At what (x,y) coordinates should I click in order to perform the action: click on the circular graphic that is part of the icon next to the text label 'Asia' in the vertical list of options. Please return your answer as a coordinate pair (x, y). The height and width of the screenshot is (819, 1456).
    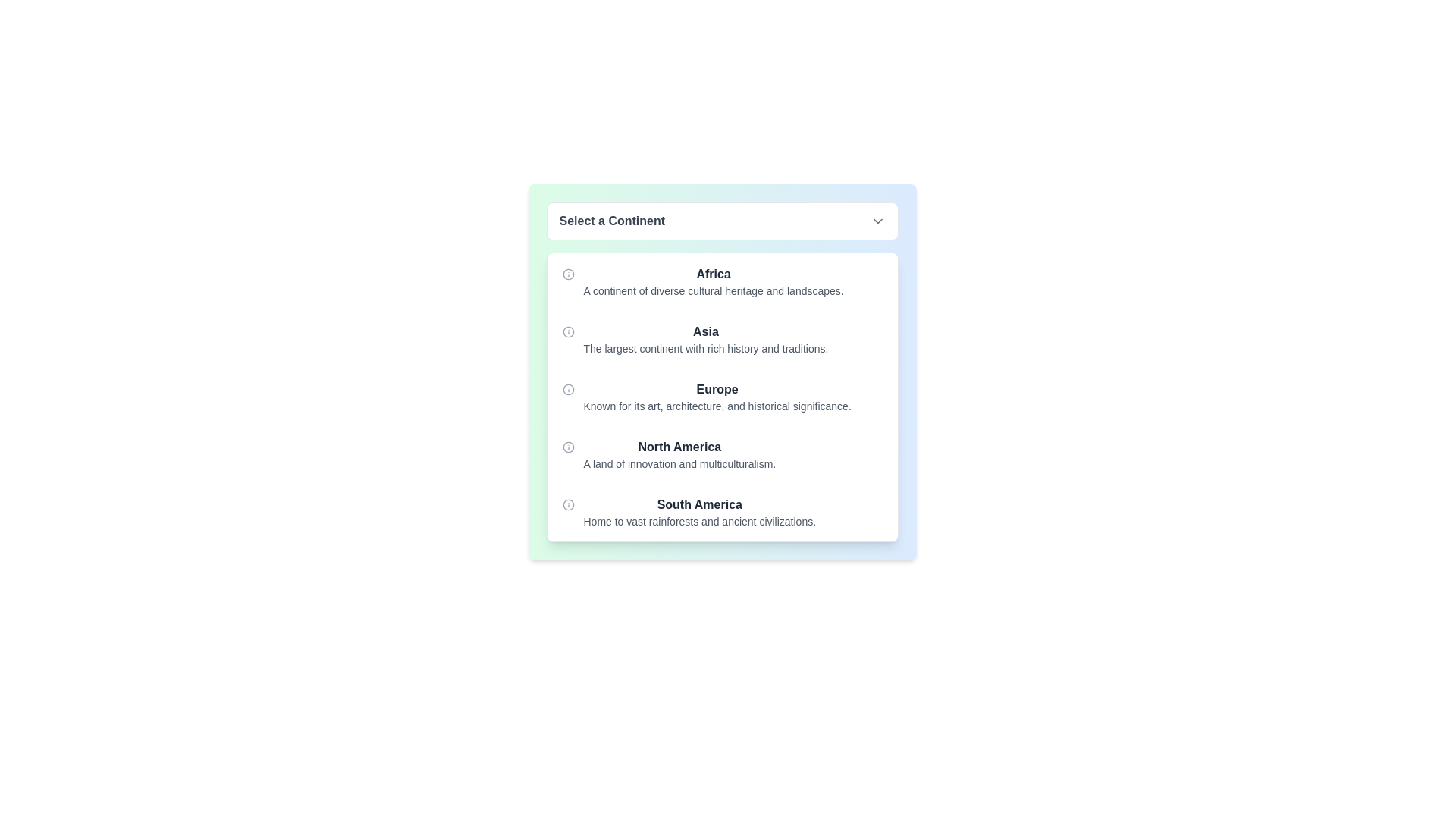
    Looking at the image, I should click on (567, 331).